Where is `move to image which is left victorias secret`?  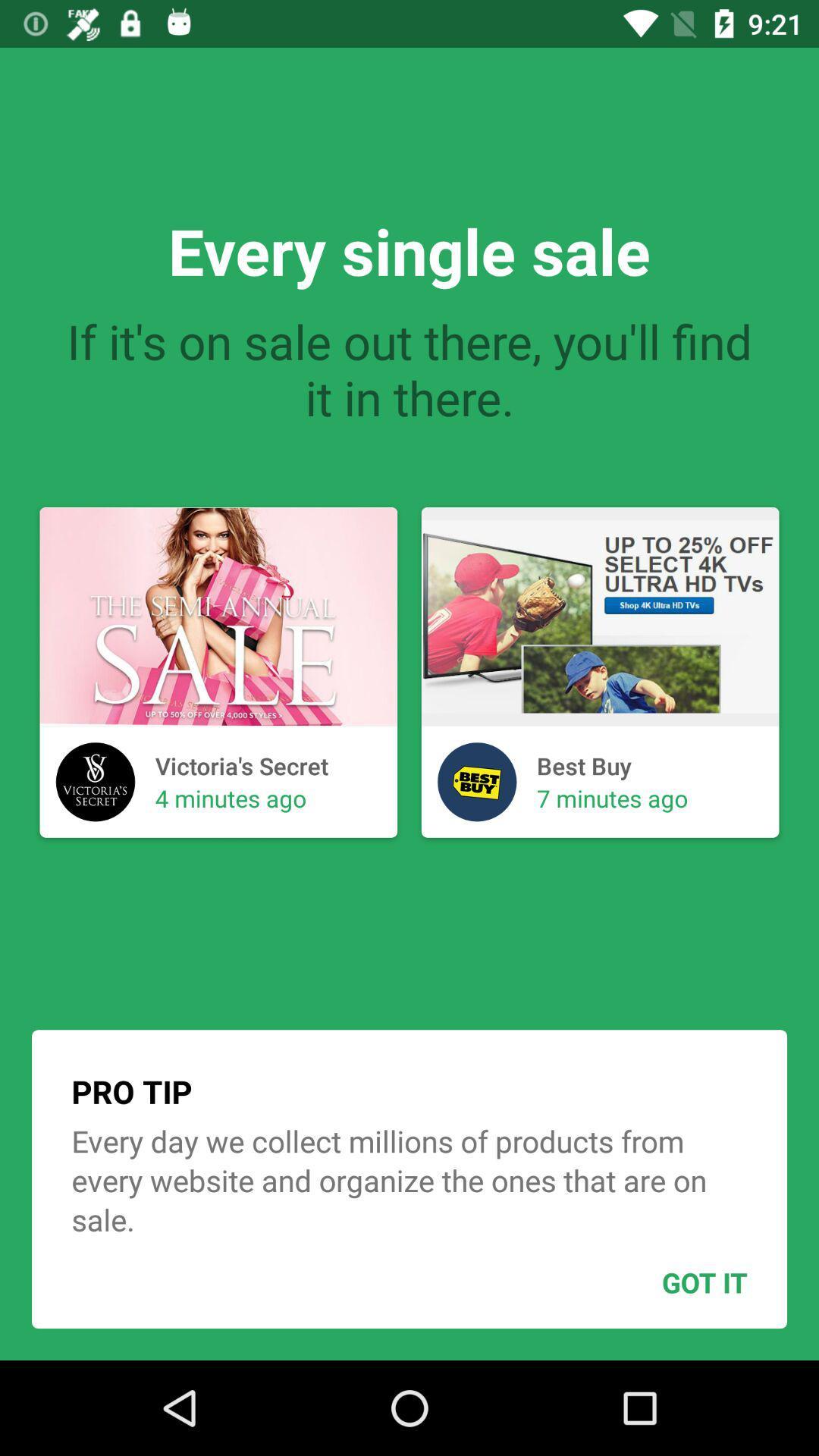 move to image which is left victorias secret is located at coordinates (96, 782).